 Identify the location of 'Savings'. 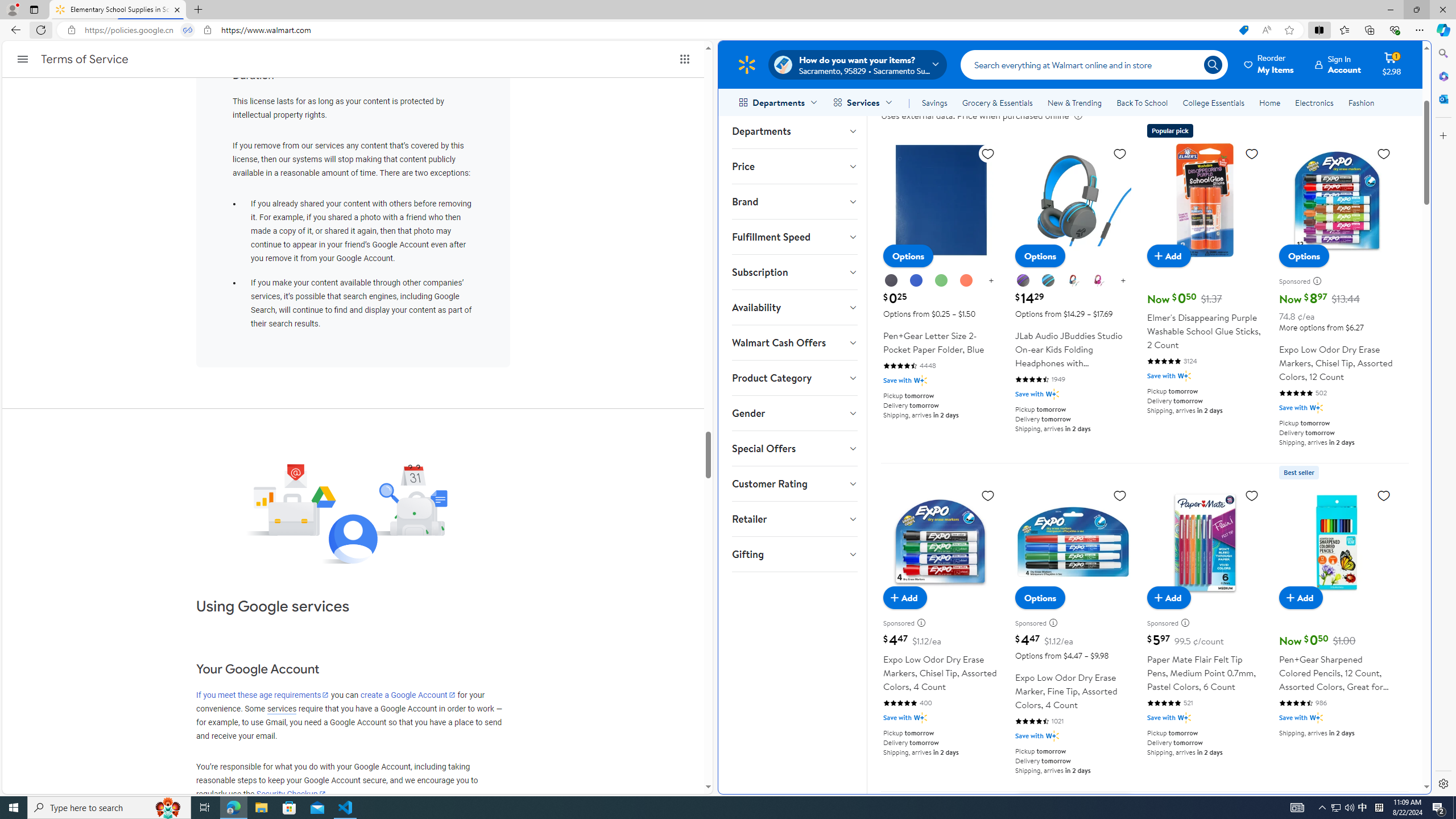
(934, 102).